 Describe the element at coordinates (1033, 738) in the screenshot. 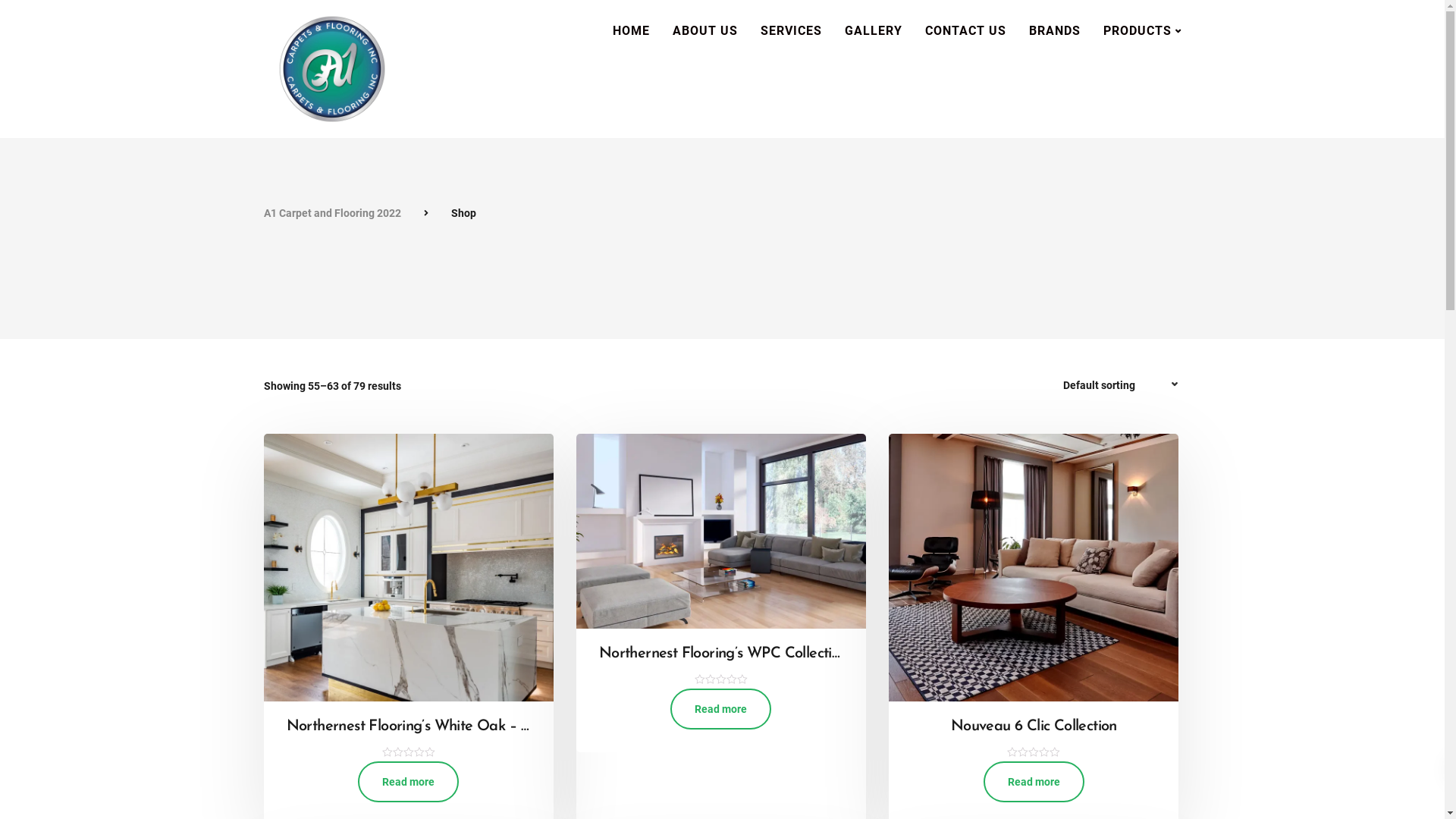

I see `'Nouveau 6 Clic Collection'` at that location.